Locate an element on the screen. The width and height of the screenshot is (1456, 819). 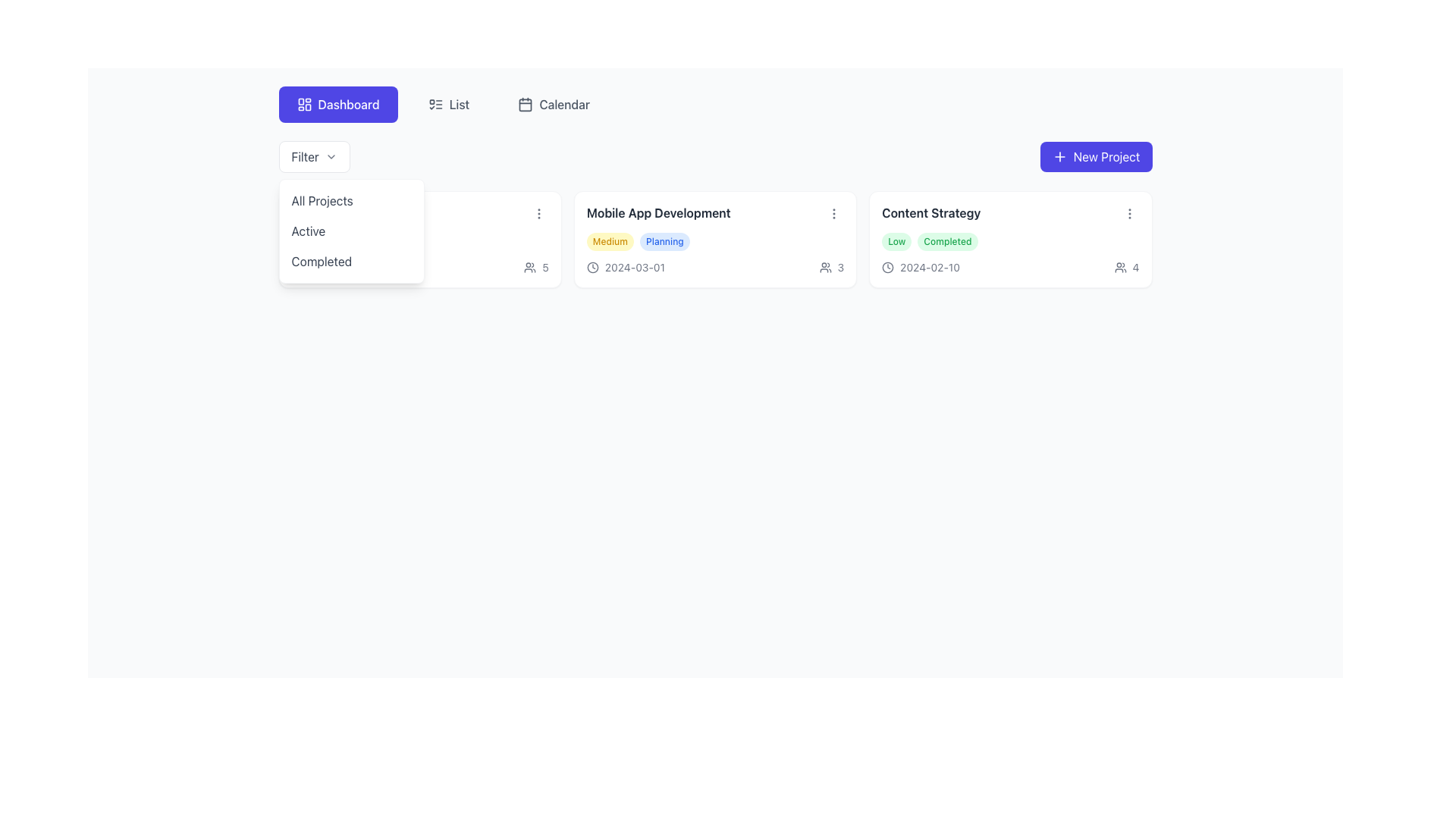
information displayed in the Data display indicating the date (2024-02-15) and count number (5) located in the third row of the 'Website Redesign' card is located at coordinates (420, 267).